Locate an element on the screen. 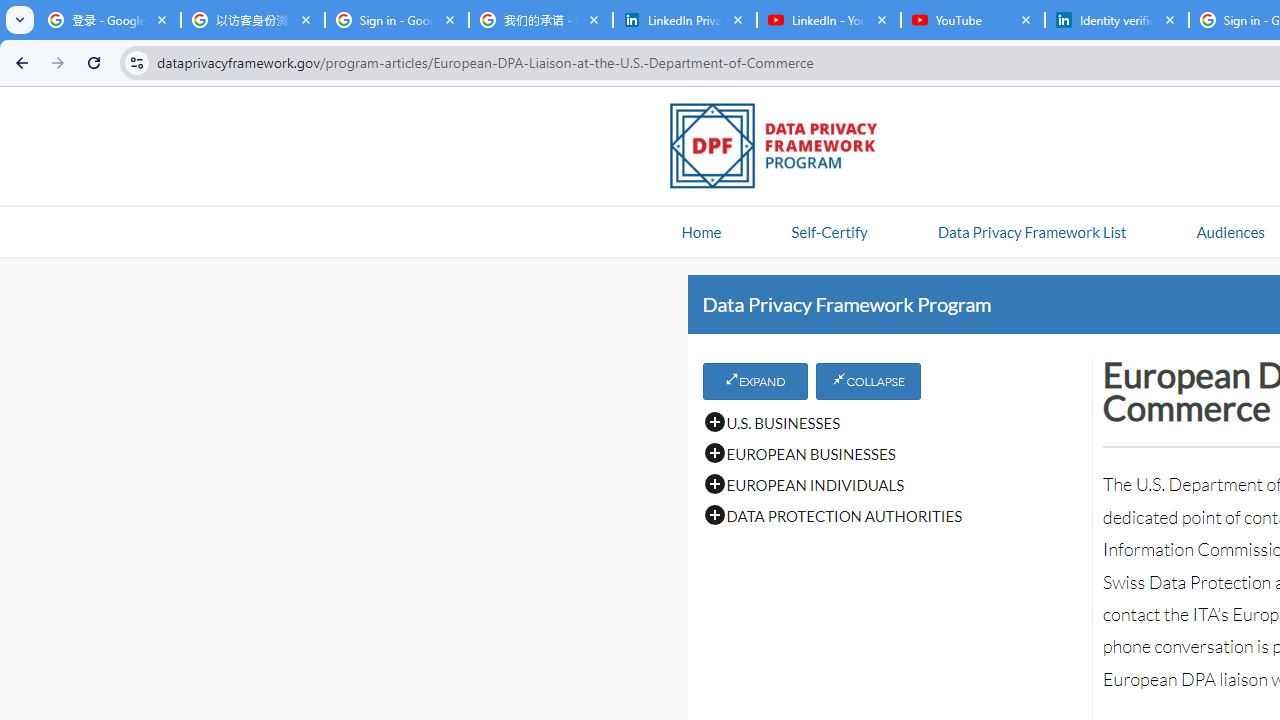  'Data Privacy Framework Logo - Link to Homepage' is located at coordinates (783, 148).